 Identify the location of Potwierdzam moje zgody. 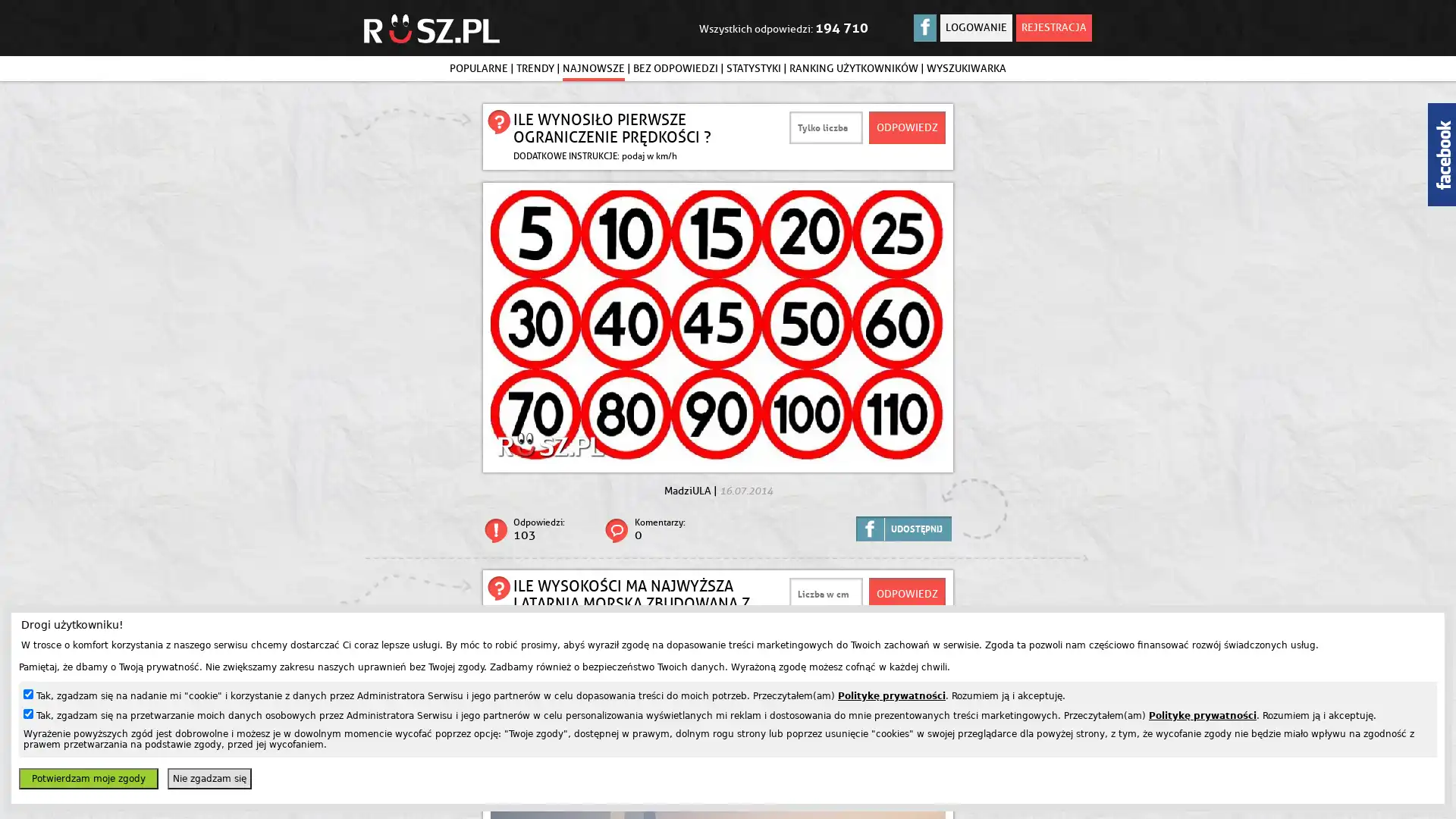
(87, 778).